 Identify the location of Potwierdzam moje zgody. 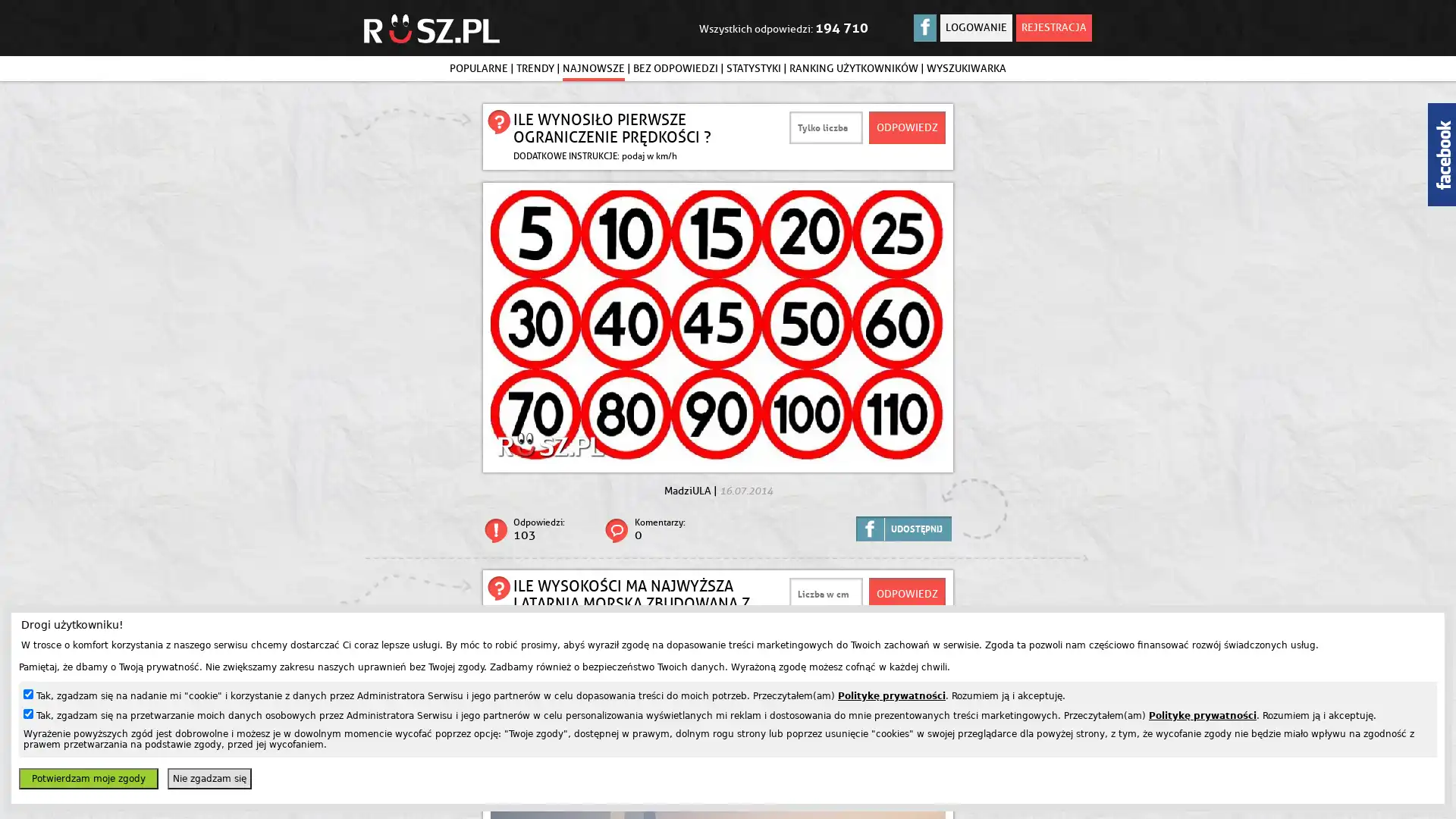
(87, 778).